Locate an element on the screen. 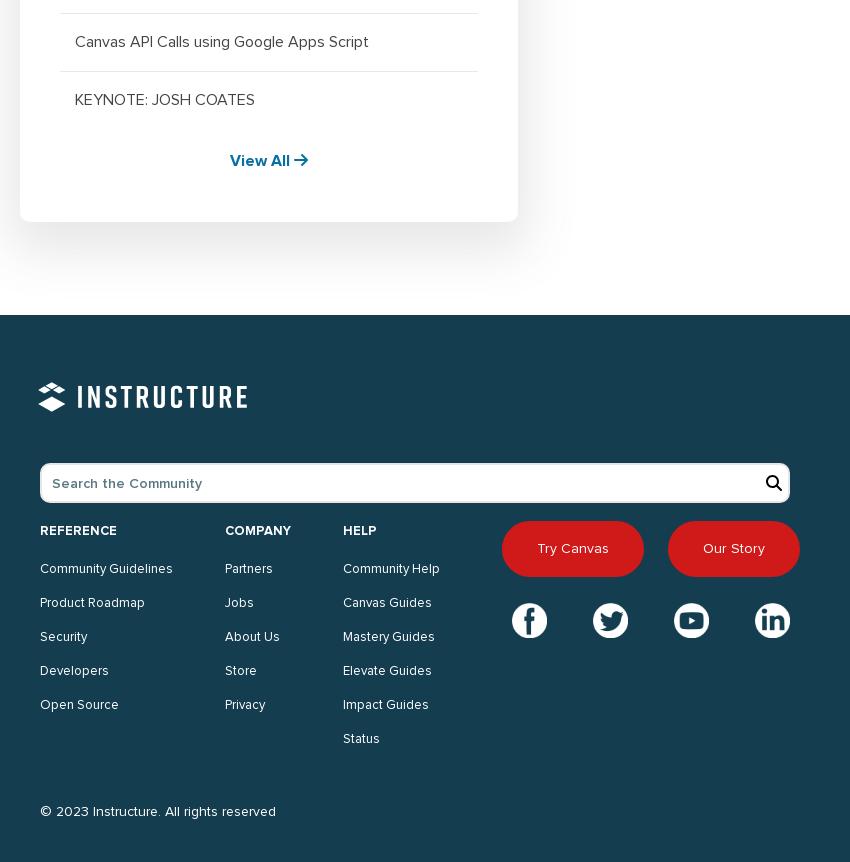  'Open Source' is located at coordinates (79, 704).